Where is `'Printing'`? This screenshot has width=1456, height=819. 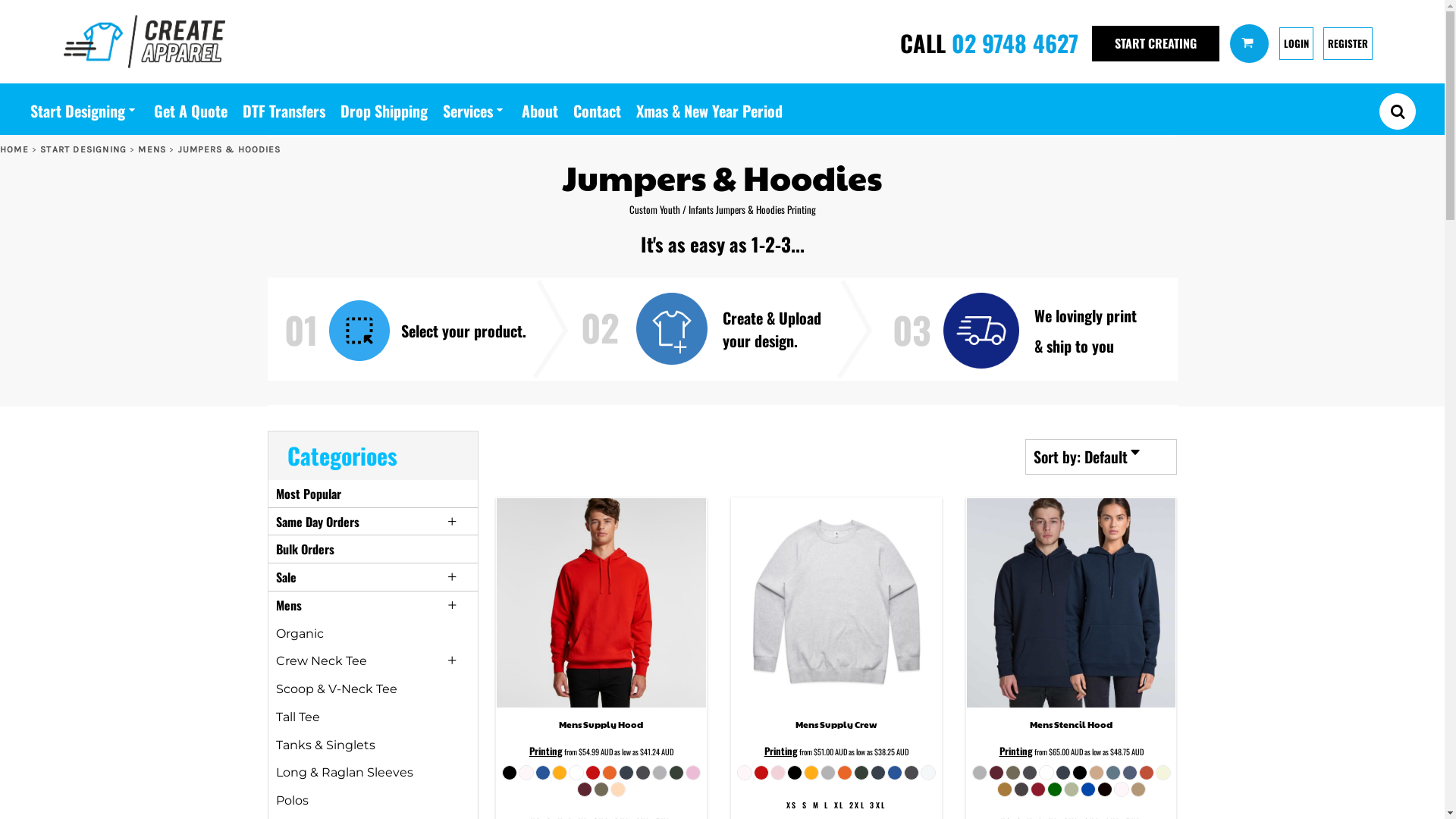 'Printing' is located at coordinates (546, 751).